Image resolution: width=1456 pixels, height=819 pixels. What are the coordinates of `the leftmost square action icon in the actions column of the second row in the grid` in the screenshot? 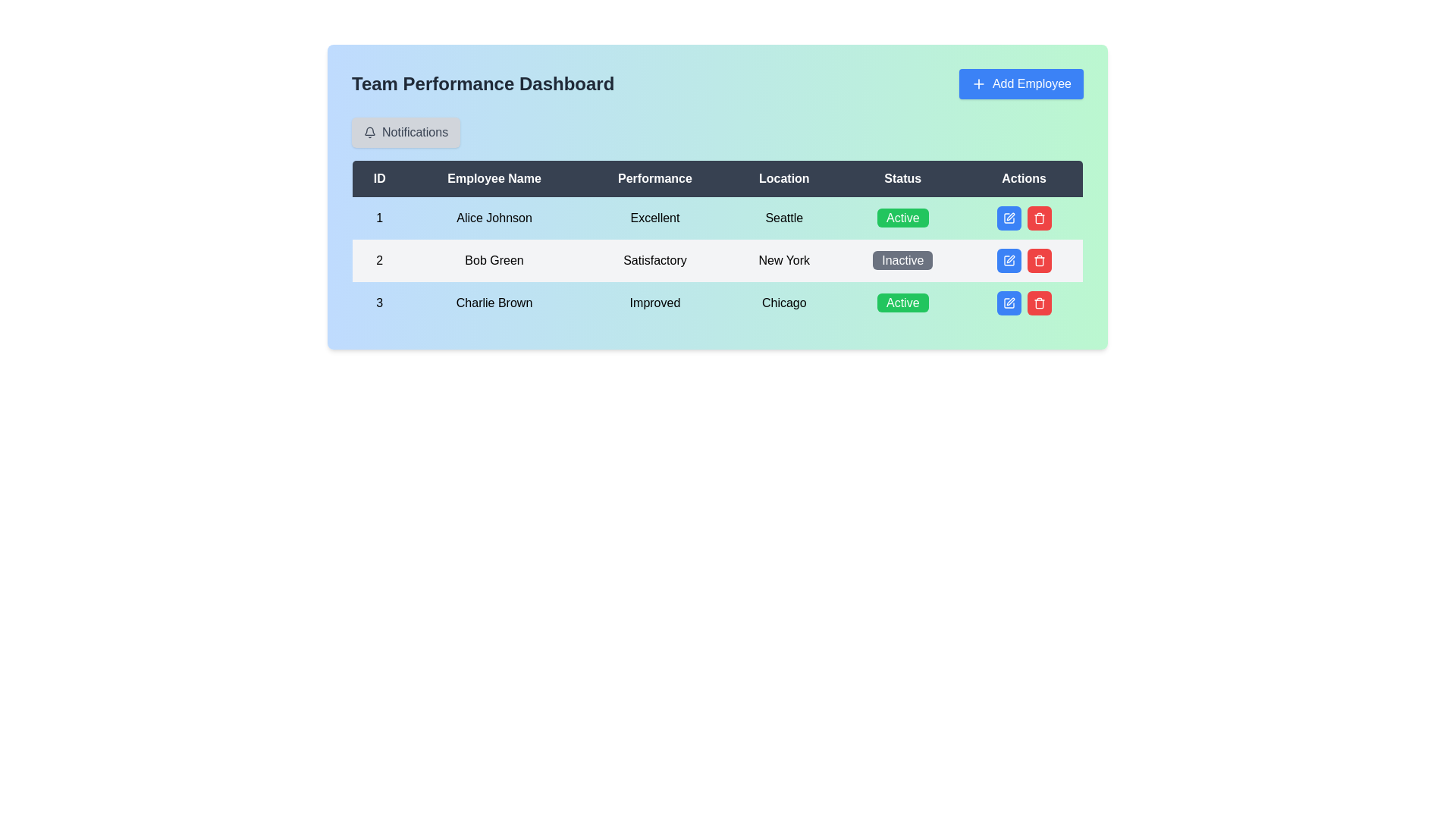 It's located at (1009, 303).